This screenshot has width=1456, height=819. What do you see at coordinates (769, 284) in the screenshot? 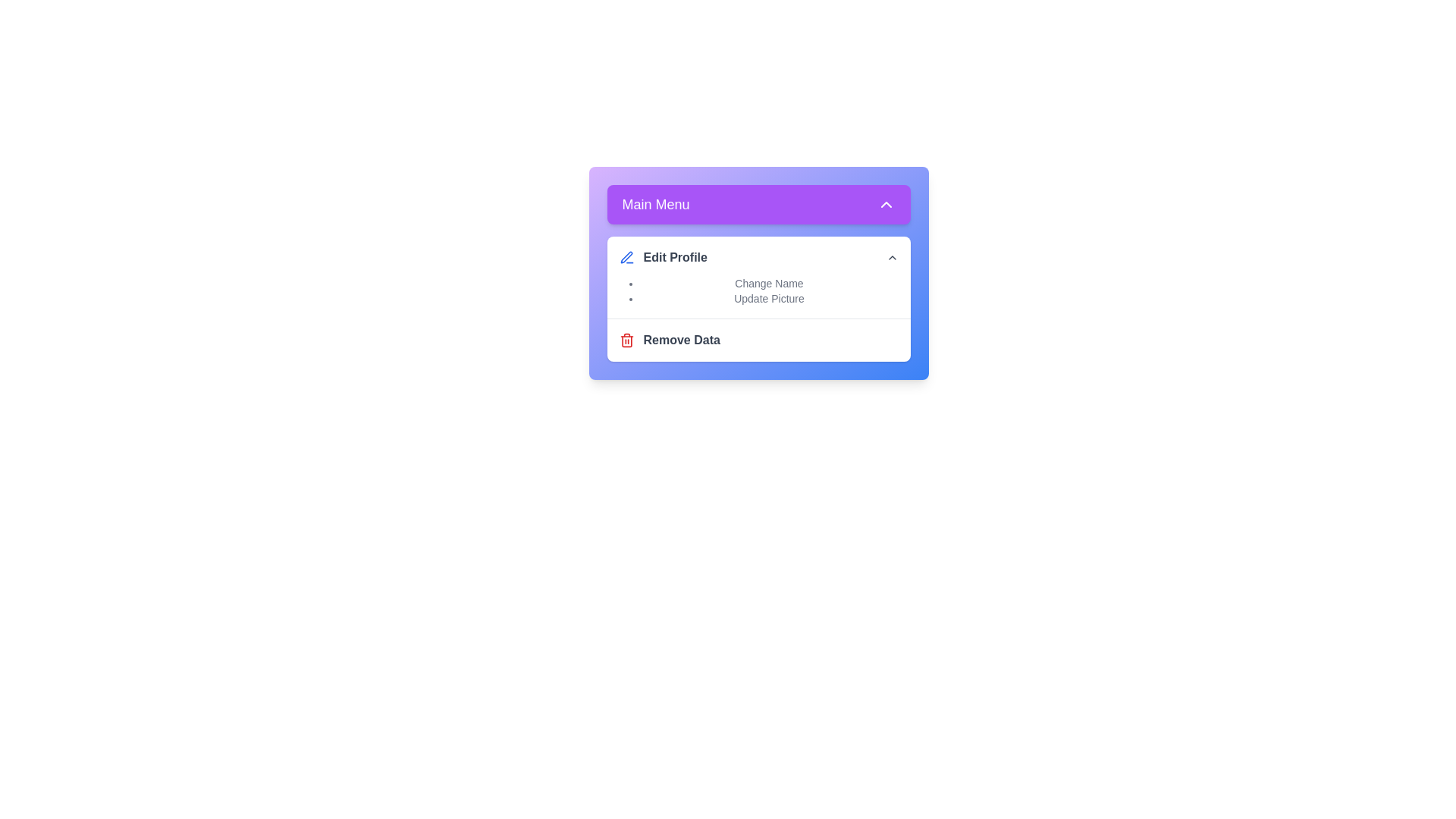
I see `the 'Change Name' option` at bounding box center [769, 284].